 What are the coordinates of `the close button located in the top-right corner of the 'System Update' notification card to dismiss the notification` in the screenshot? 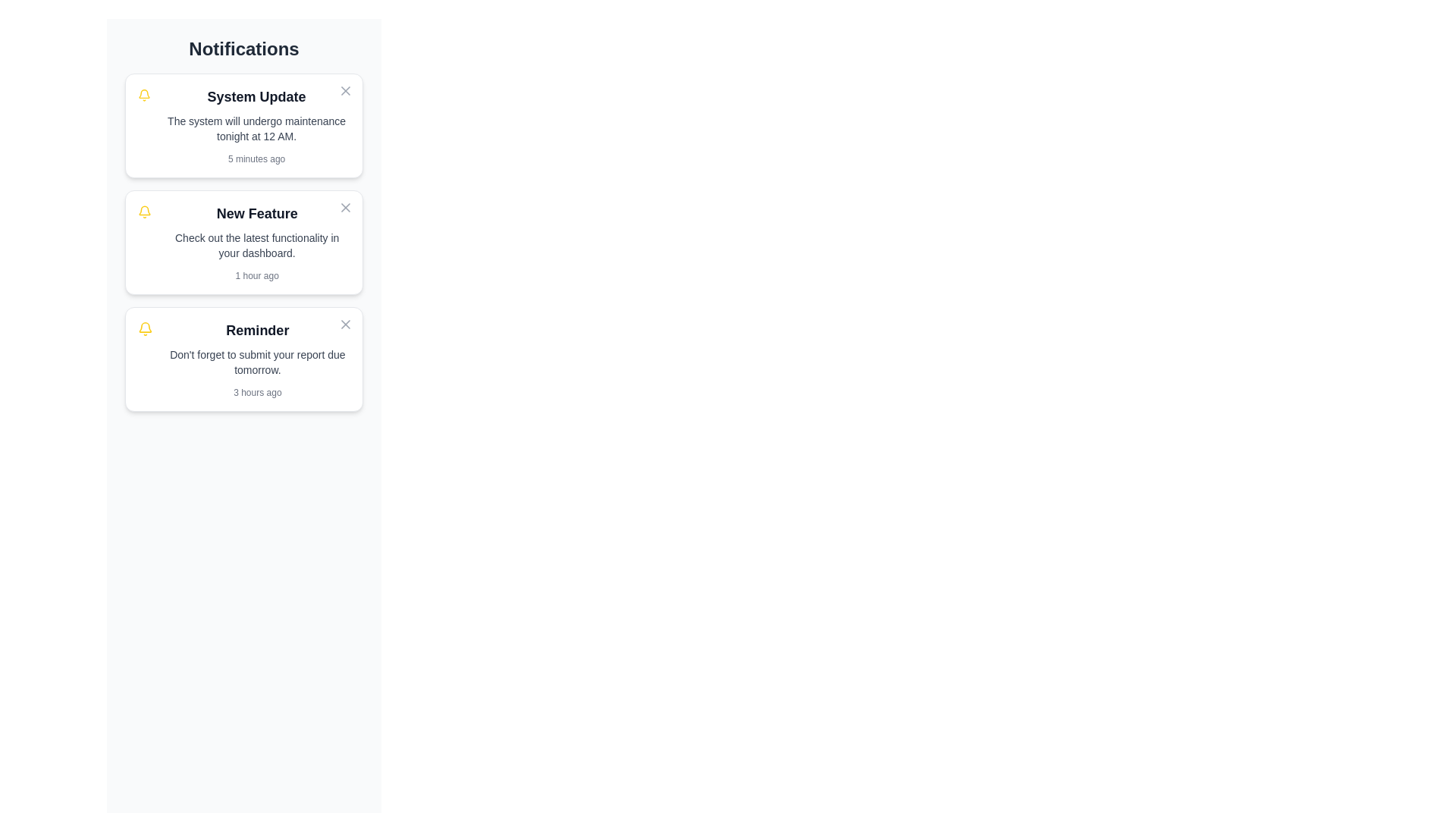 It's located at (345, 90).